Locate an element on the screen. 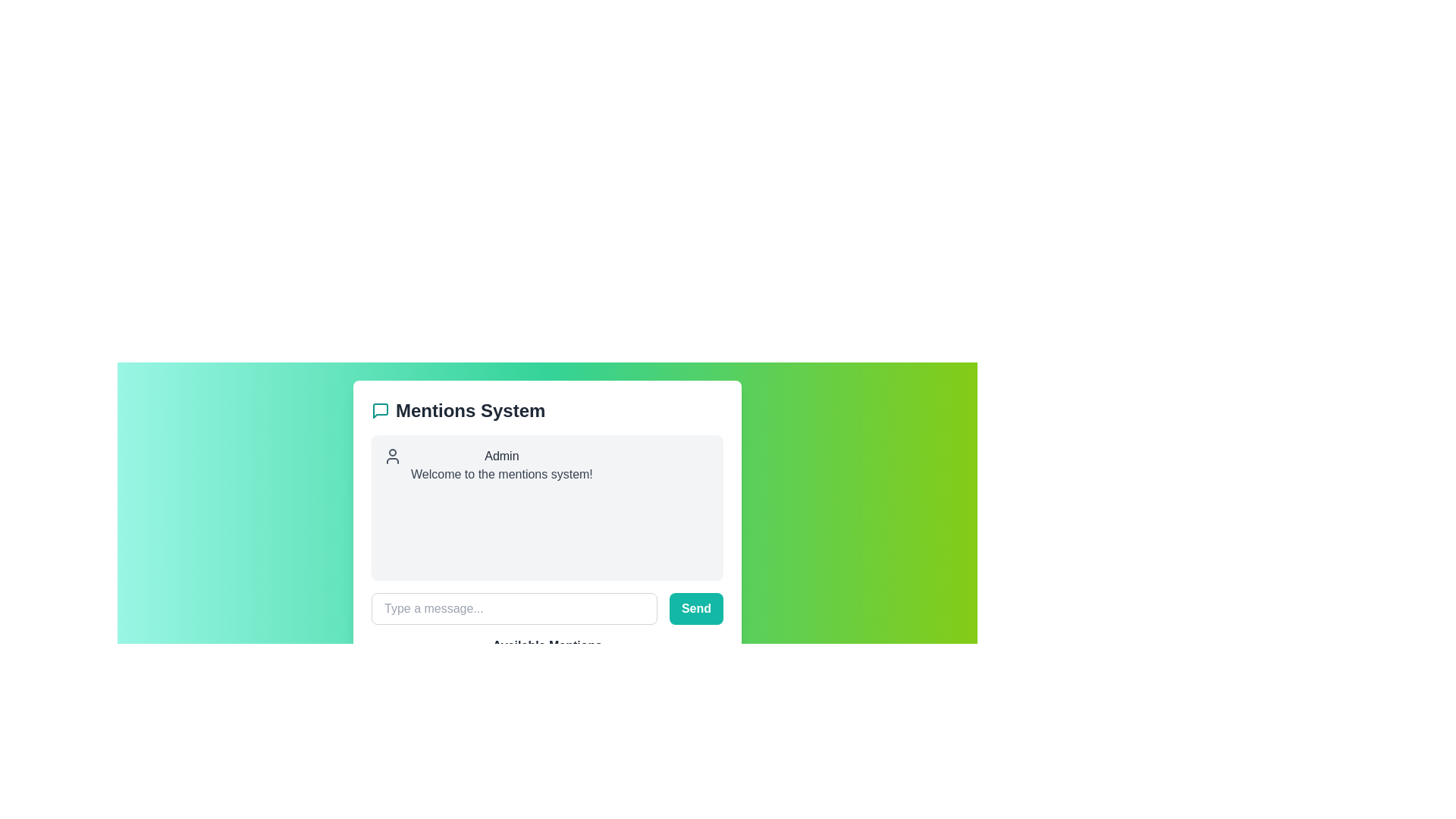 The width and height of the screenshot is (1456, 819). the welcoming message text label displayed below the 'Admin' text in the mentions system interface is located at coordinates (501, 473).